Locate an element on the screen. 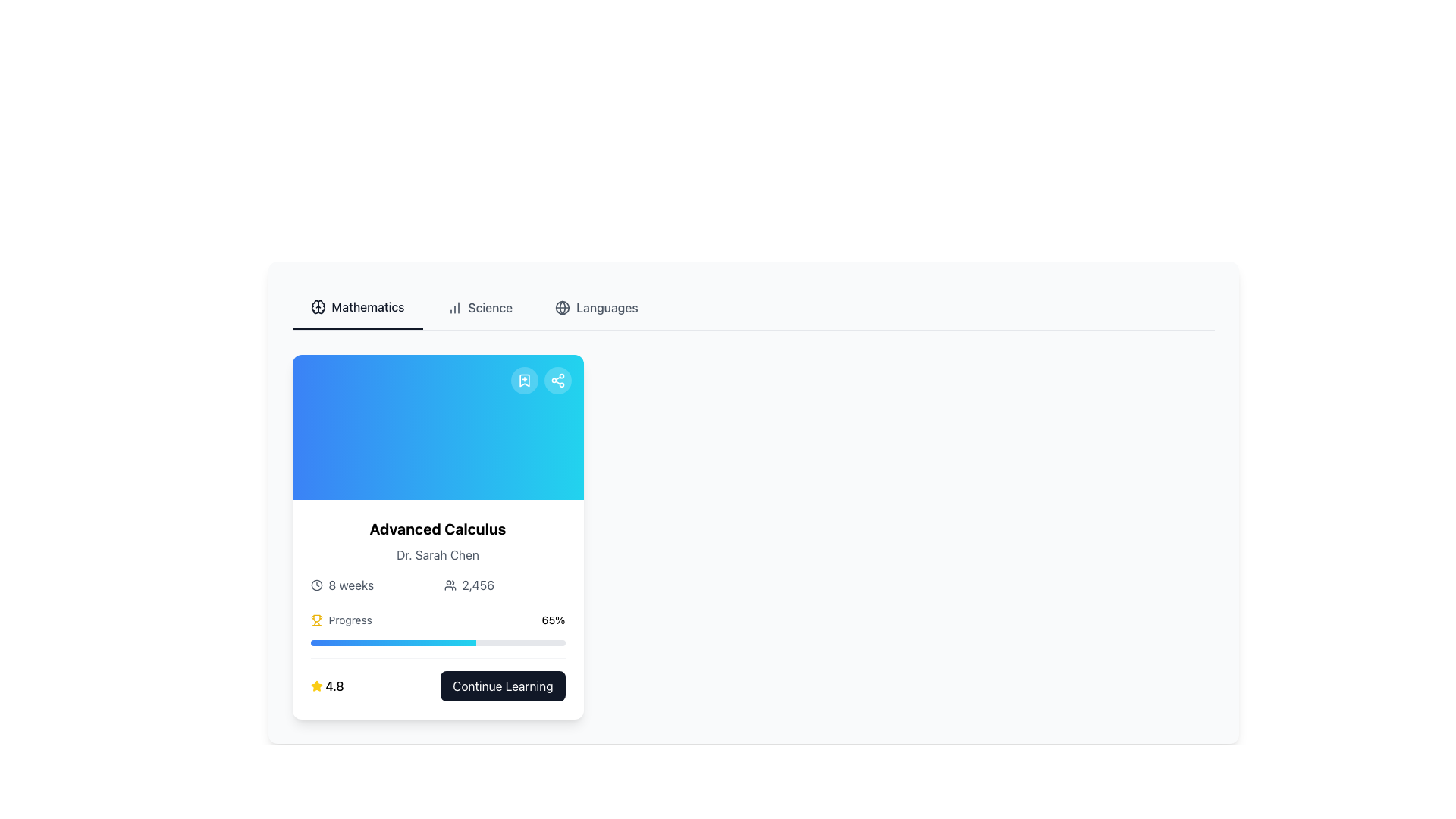 The height and width of the screenshot is (819, 1456). the 'Mathematics' button, which has a white background, black text, and a brain icon on the left side is located at coordinates (356, 307).